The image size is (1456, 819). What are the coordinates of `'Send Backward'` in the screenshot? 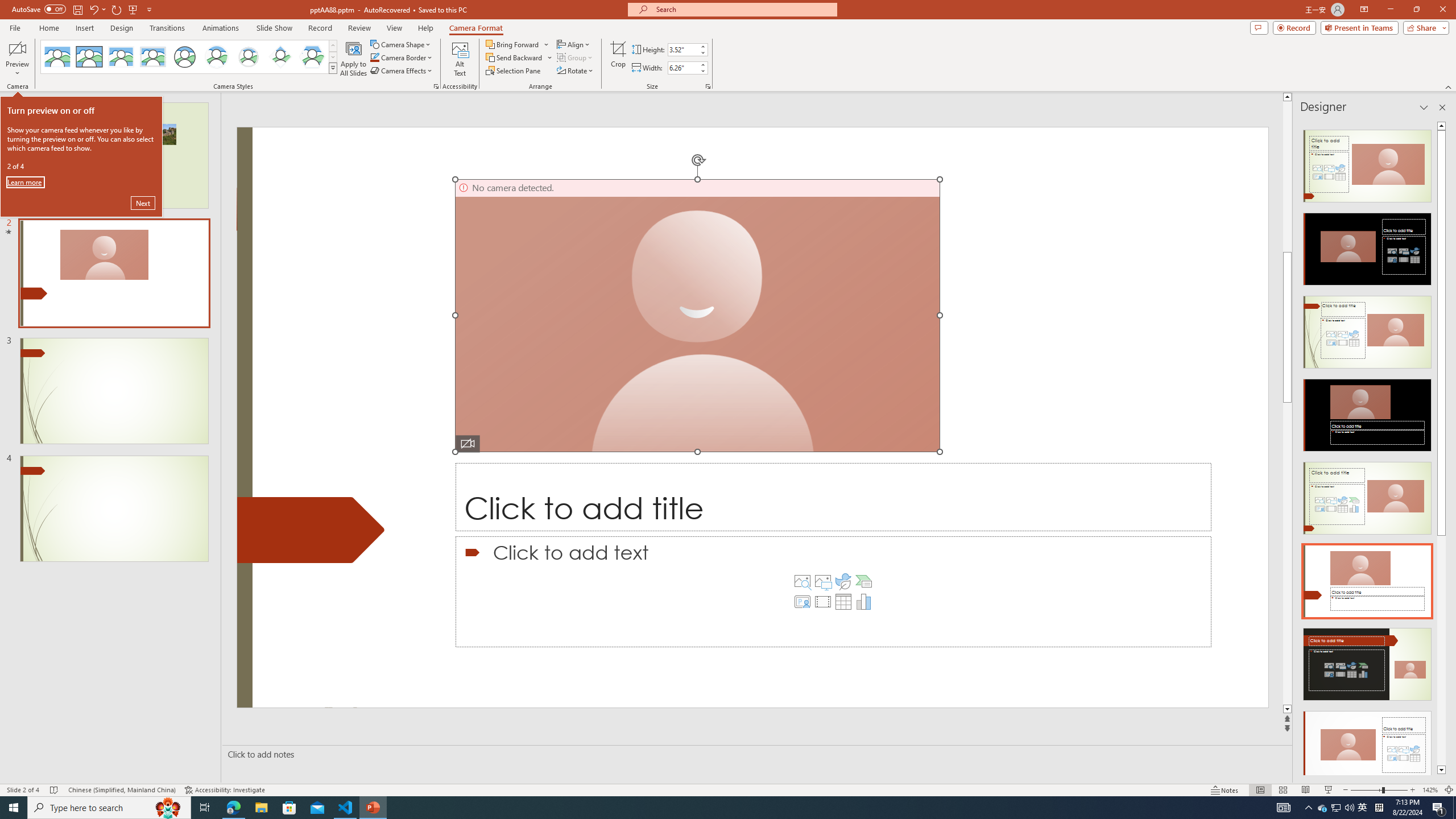 It's located at (519, 56).